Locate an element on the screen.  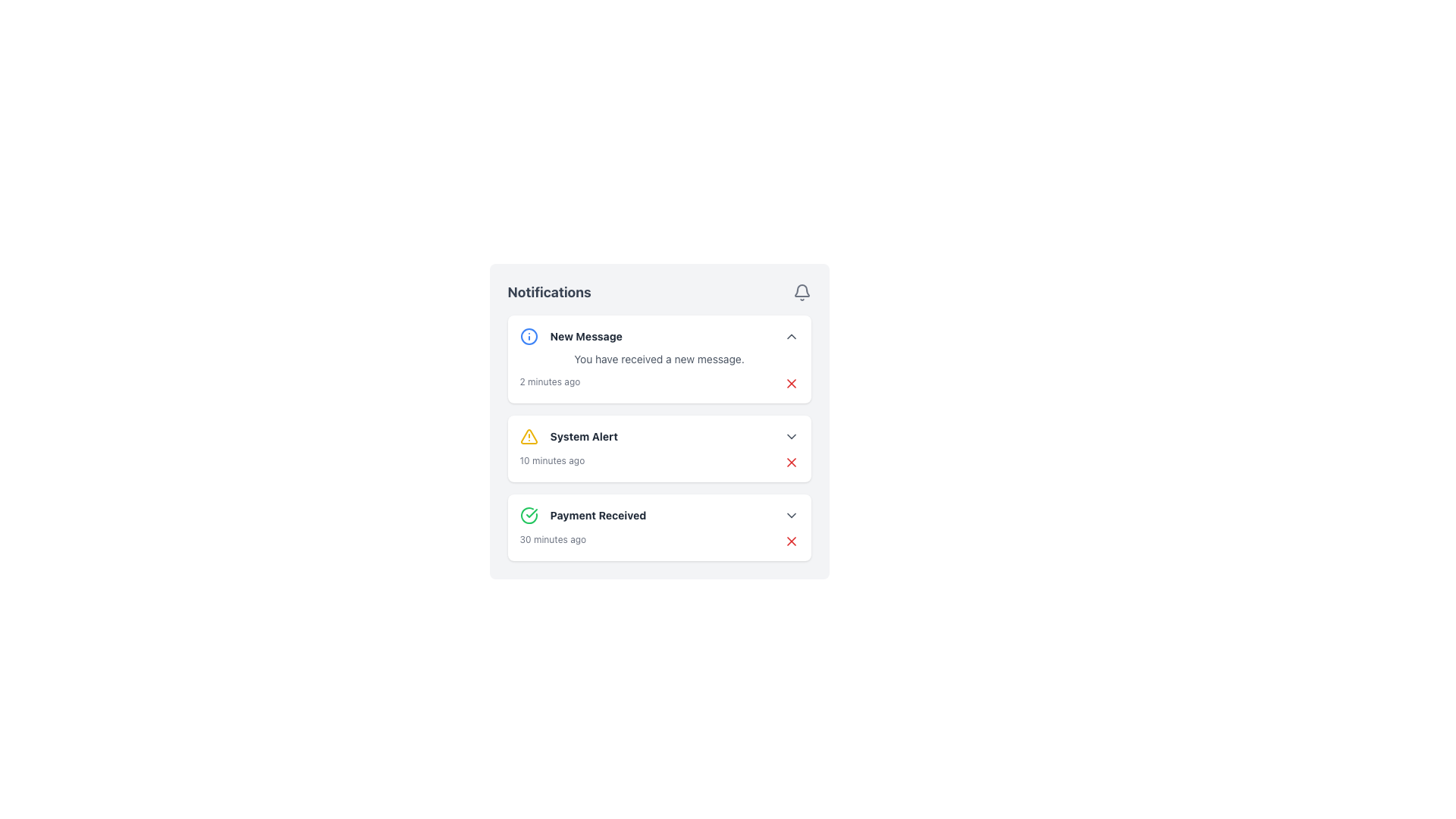
the bell icon located at the top-right corner of the 'Notifications' header, which serves as a visual indicator for notifications is located at coordinates (801, 292).